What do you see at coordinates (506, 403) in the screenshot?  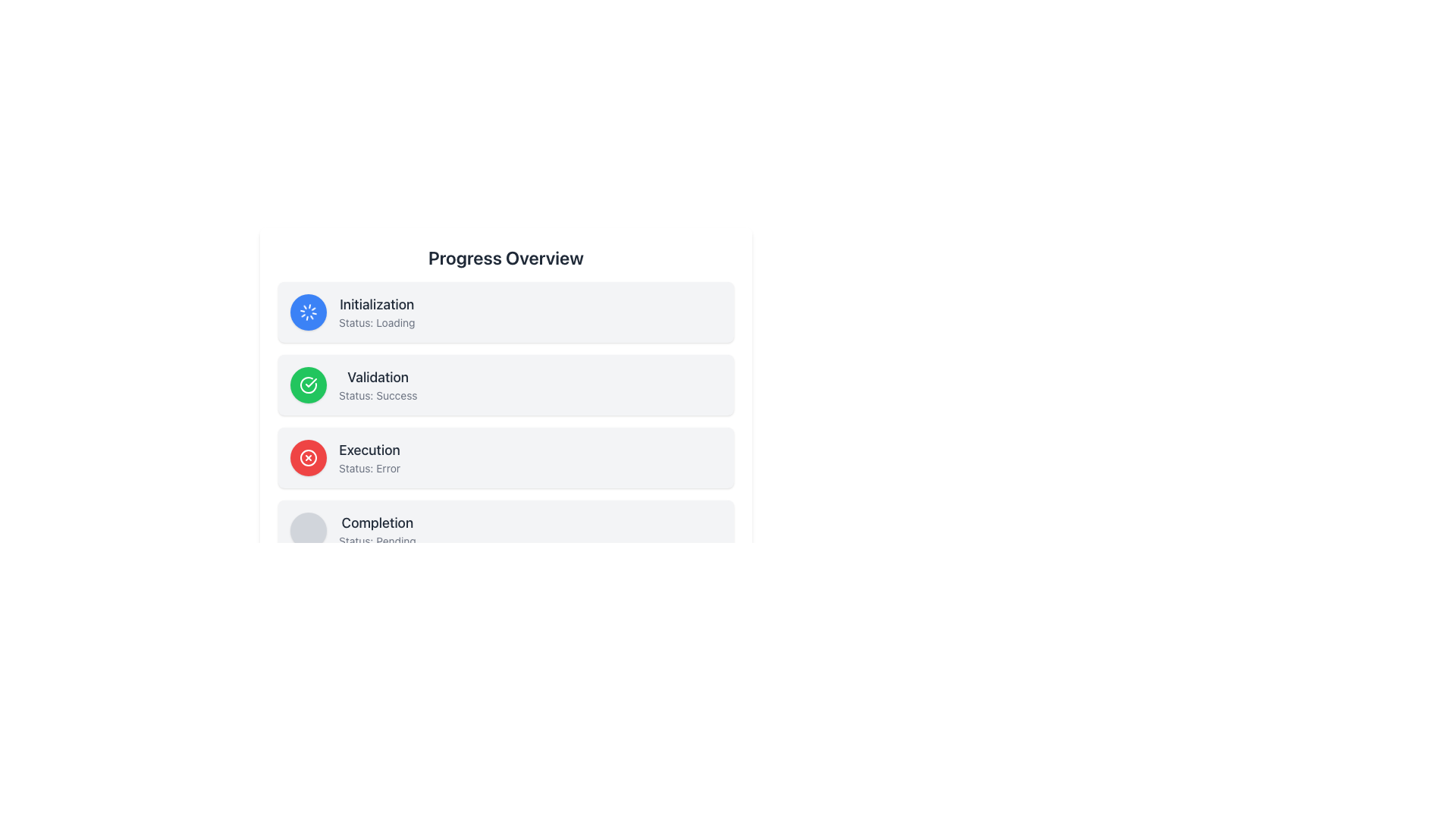 I see `the central progress overview panel to visually interpret the progress statuses it summarizes` at bounding box center [506, 403].